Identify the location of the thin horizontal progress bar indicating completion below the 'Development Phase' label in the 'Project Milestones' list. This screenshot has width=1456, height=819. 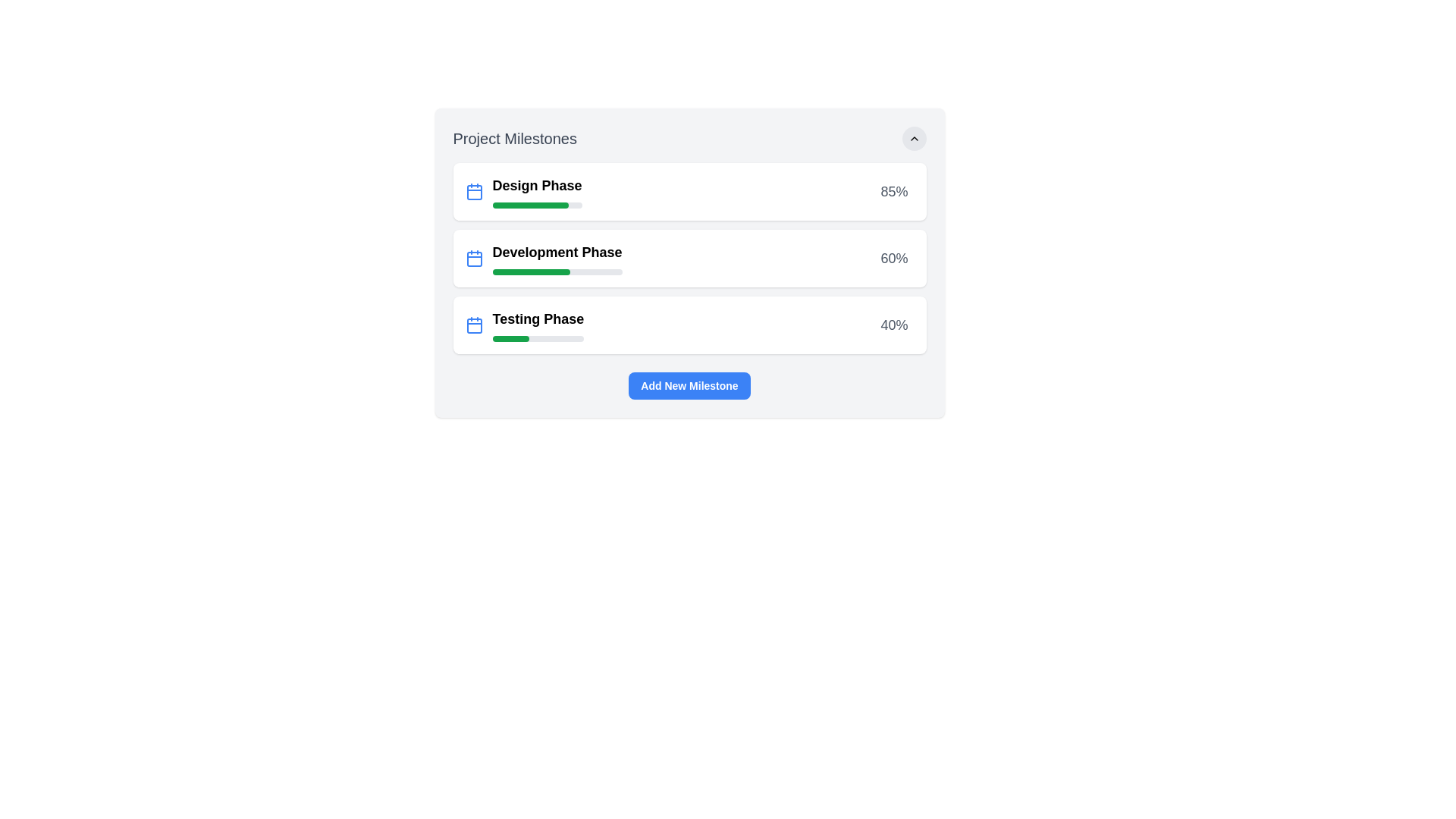
(556, 271).